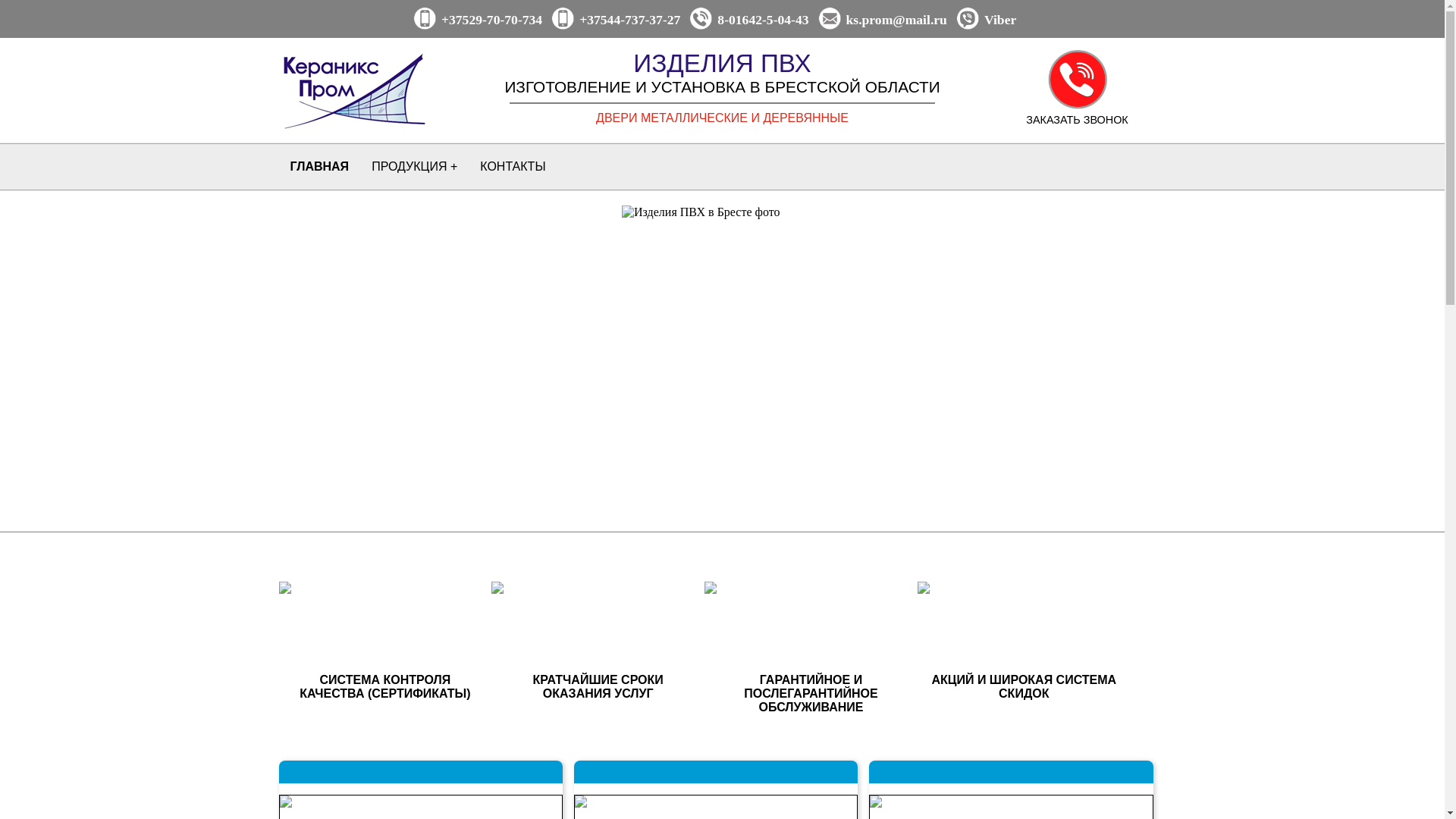 This screenshot has width=1456, height=819. Describe the element at coordinates (629, 20) in the screenshot. I see `'+37544-737-37-27'` at that location.